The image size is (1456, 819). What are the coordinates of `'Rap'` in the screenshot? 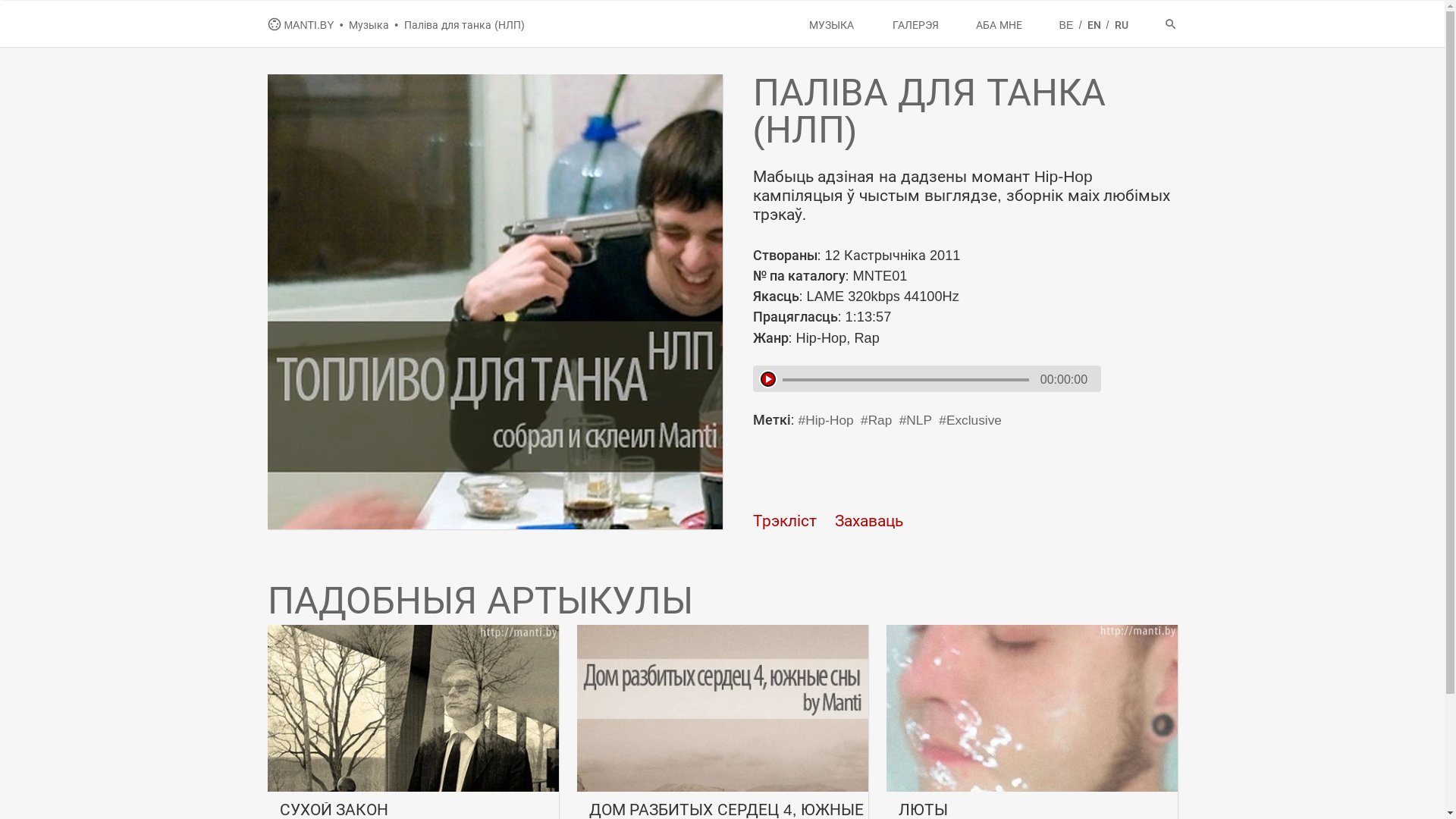 It's located at (876, 420).